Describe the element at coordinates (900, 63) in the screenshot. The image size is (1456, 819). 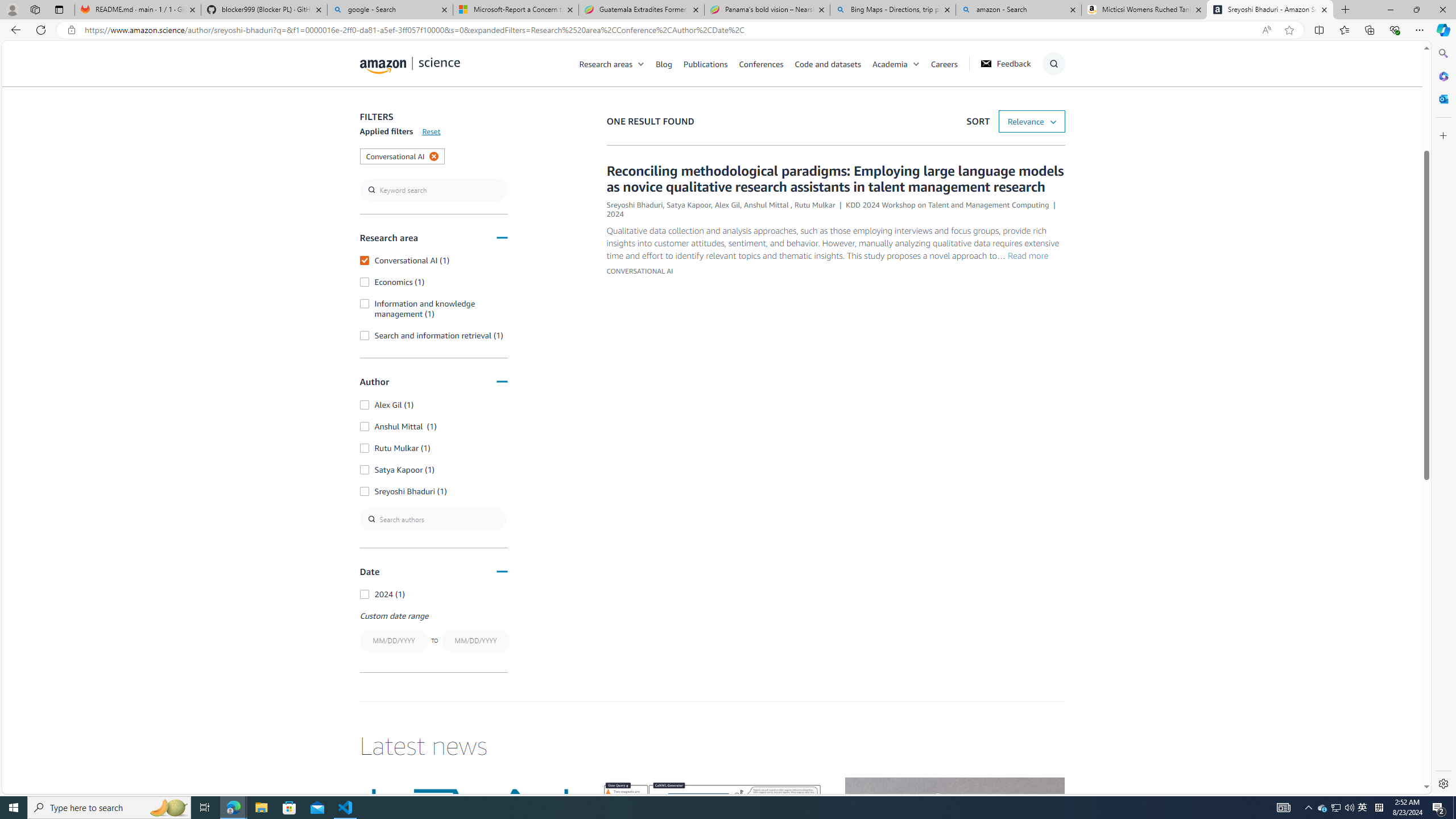
I see `'Academia'` at that location.